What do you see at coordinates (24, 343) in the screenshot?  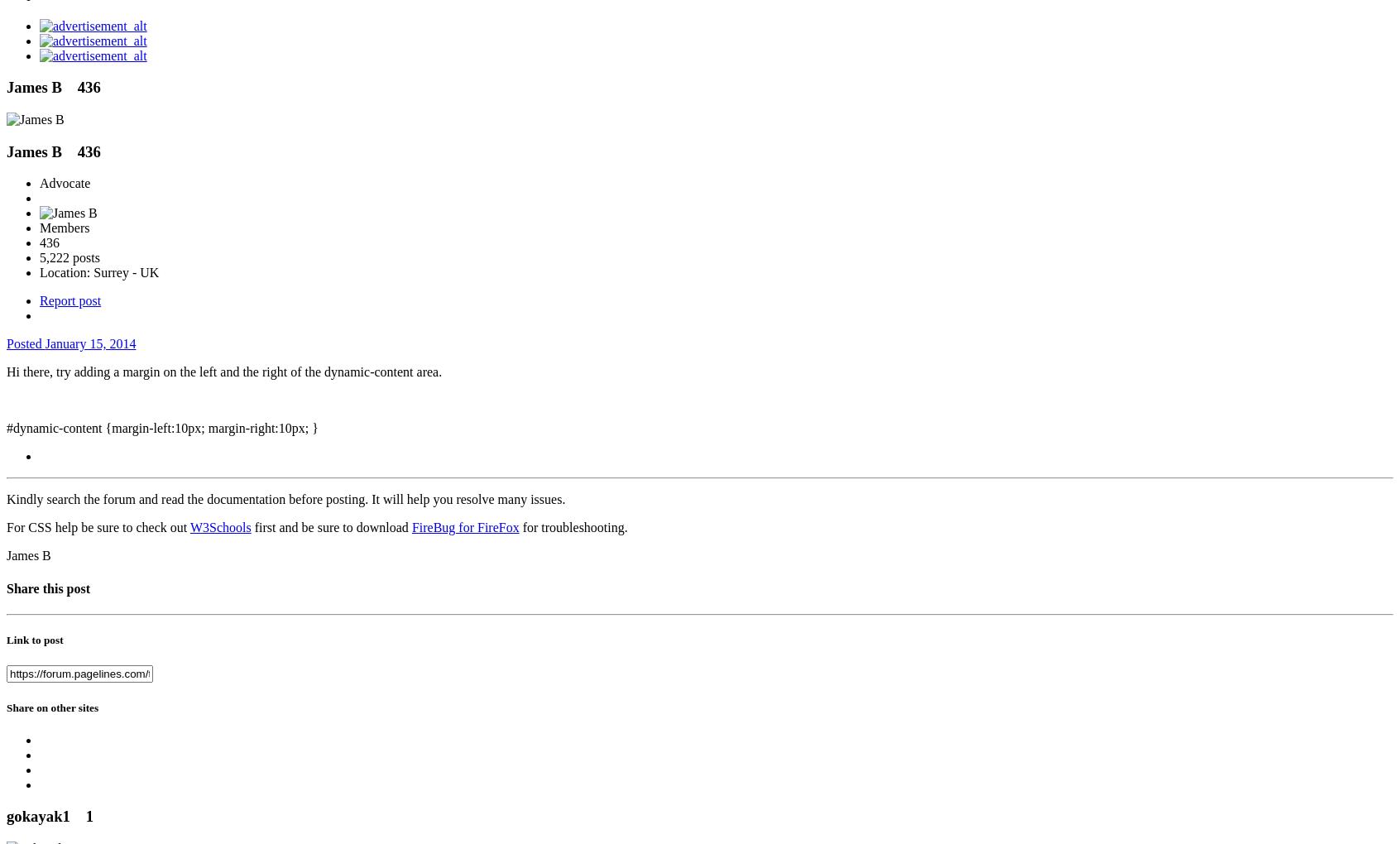 I see `'Posted'` at bounding box center [24, 343].